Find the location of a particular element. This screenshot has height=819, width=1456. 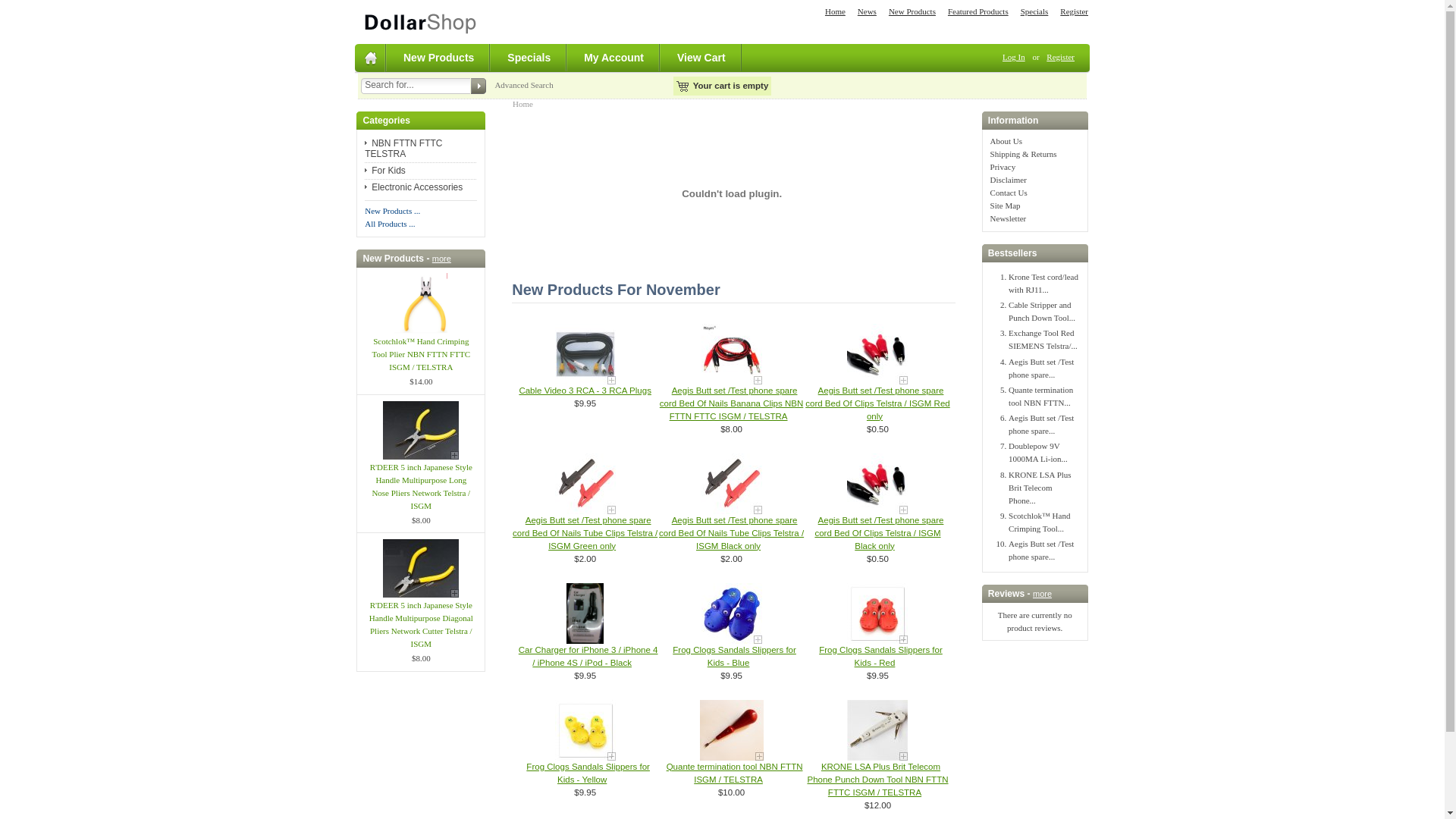

'Electronic Accessories' is located at coordinates (413, 186).